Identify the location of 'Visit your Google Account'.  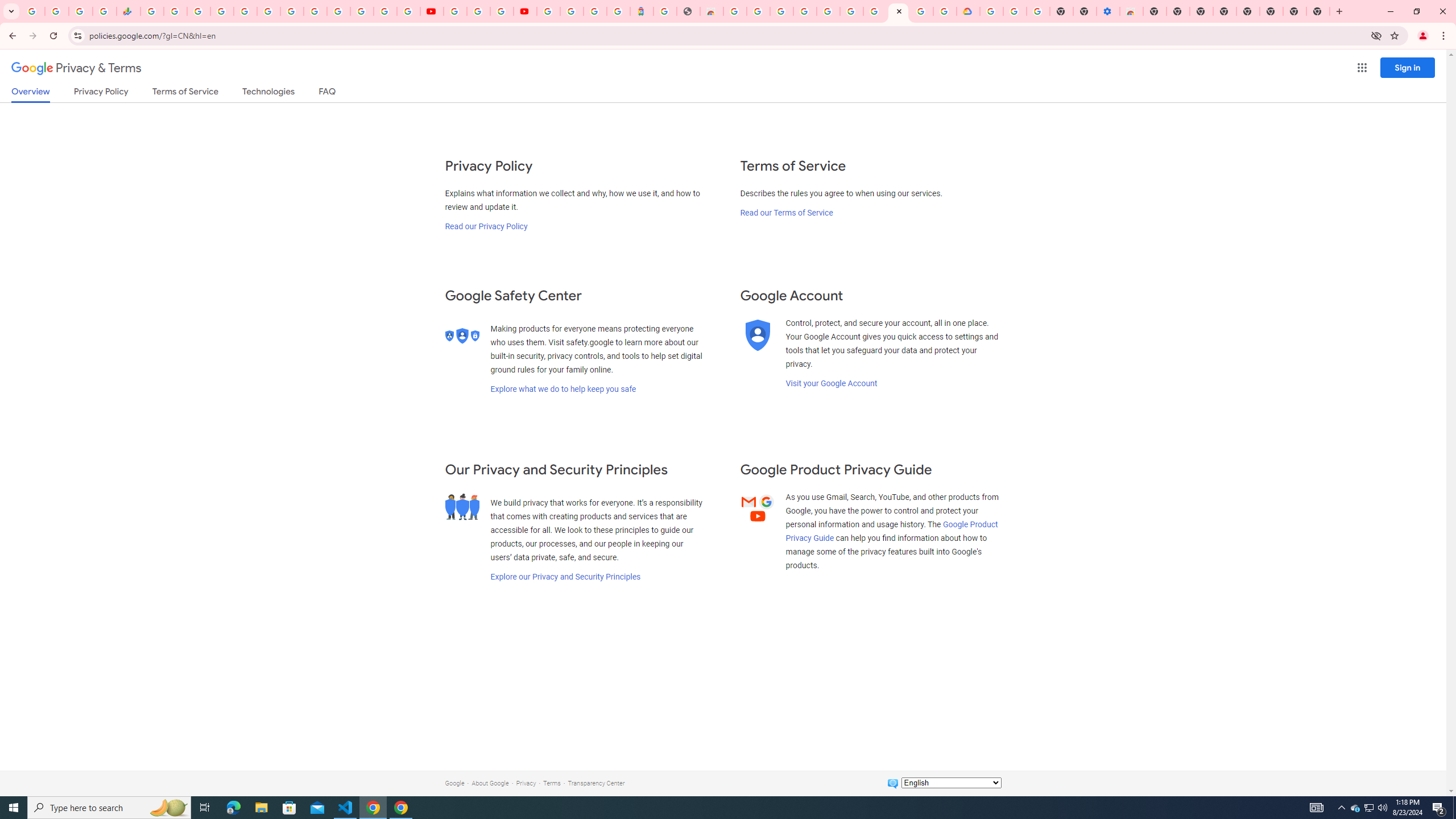
(830, 383).